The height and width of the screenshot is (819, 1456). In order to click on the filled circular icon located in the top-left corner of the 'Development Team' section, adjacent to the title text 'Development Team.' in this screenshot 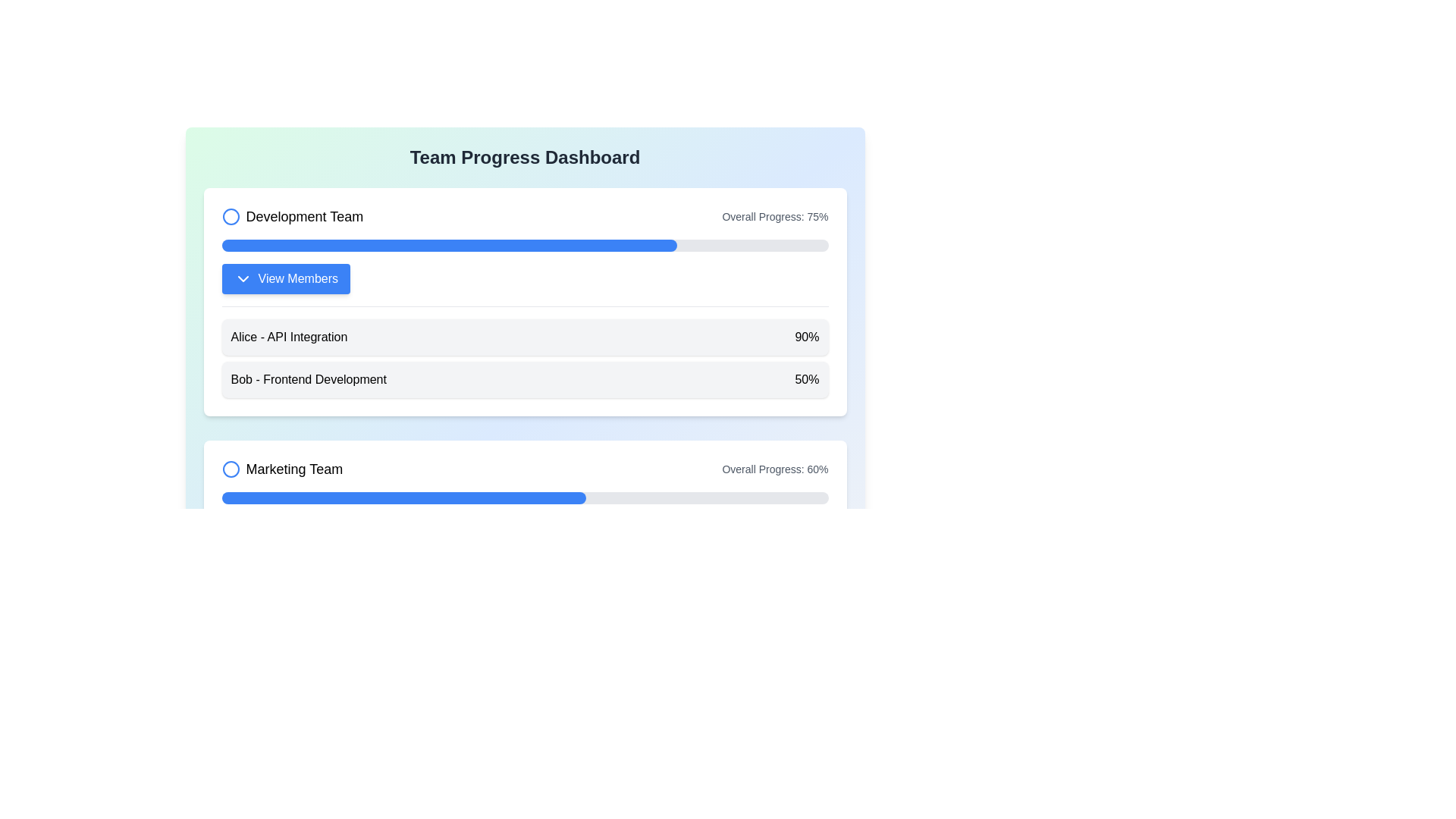, I will do `click(230, 216)`.